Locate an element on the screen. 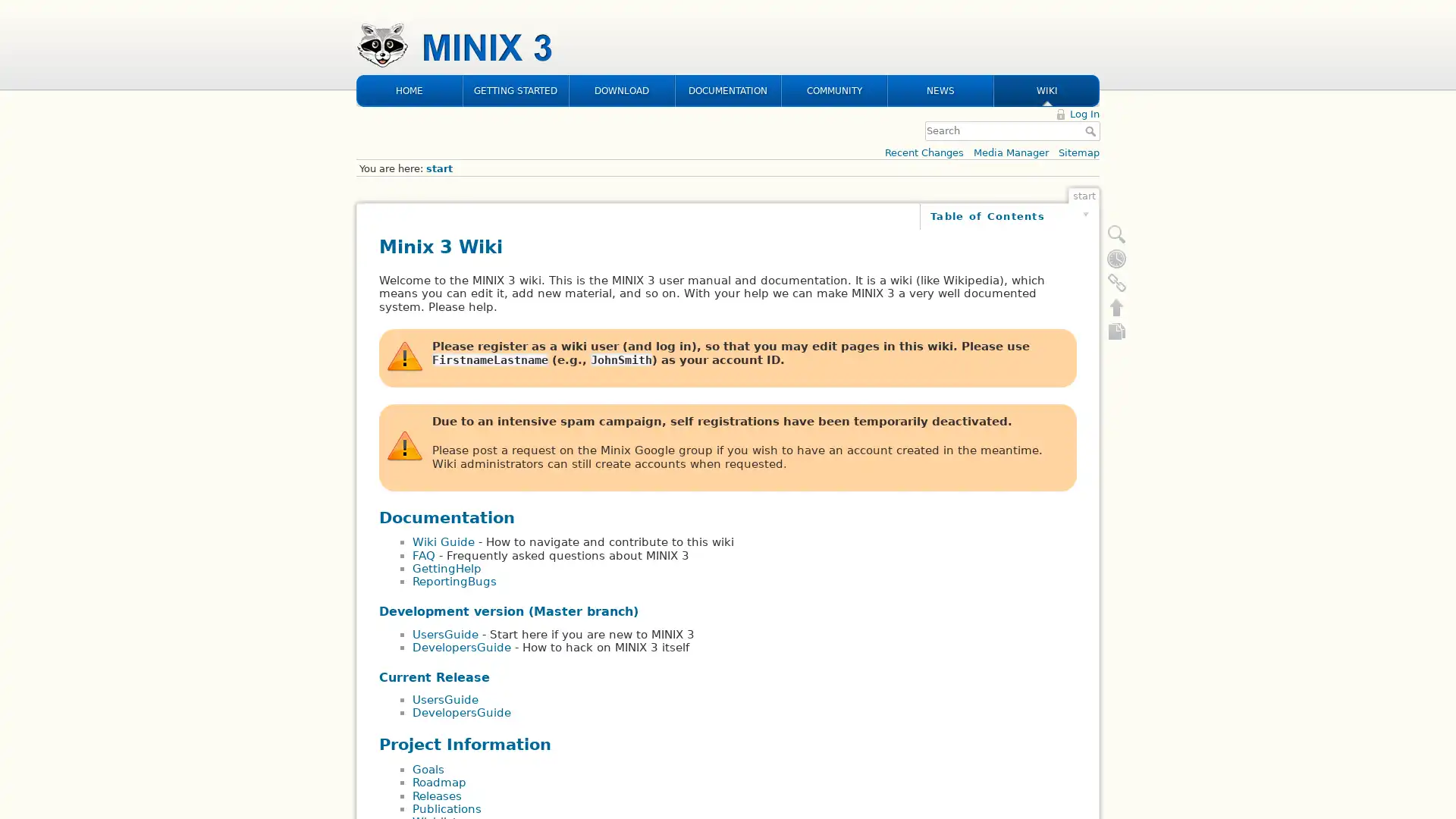  Search is located at coordinates (1092, 32).